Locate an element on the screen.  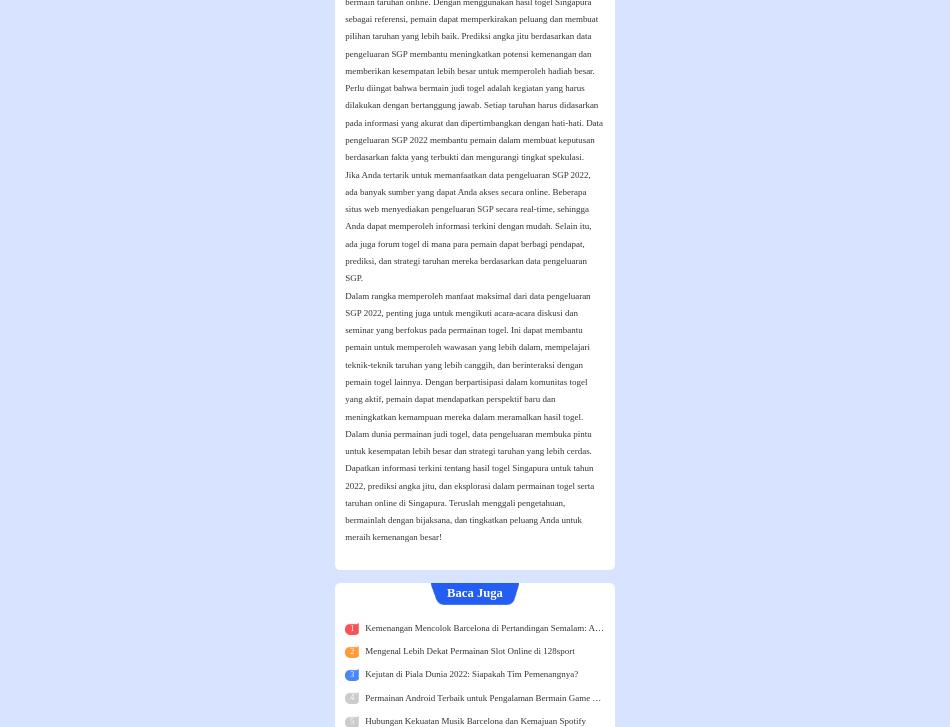
'3' is located at coordinates (350, 673).